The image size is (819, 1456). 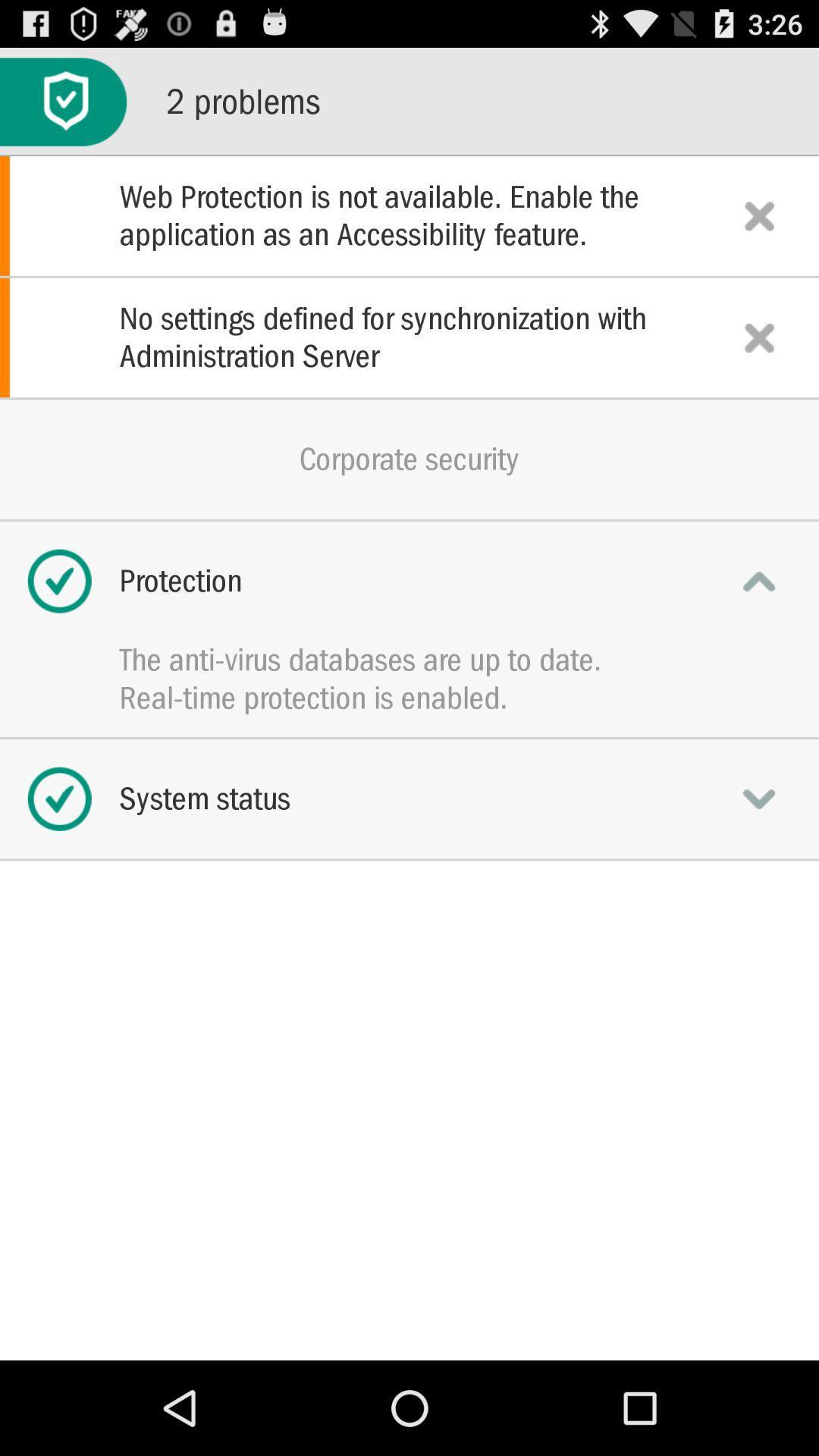 I want to click on the app below the anti virus icon, so click(x=409, y=697).